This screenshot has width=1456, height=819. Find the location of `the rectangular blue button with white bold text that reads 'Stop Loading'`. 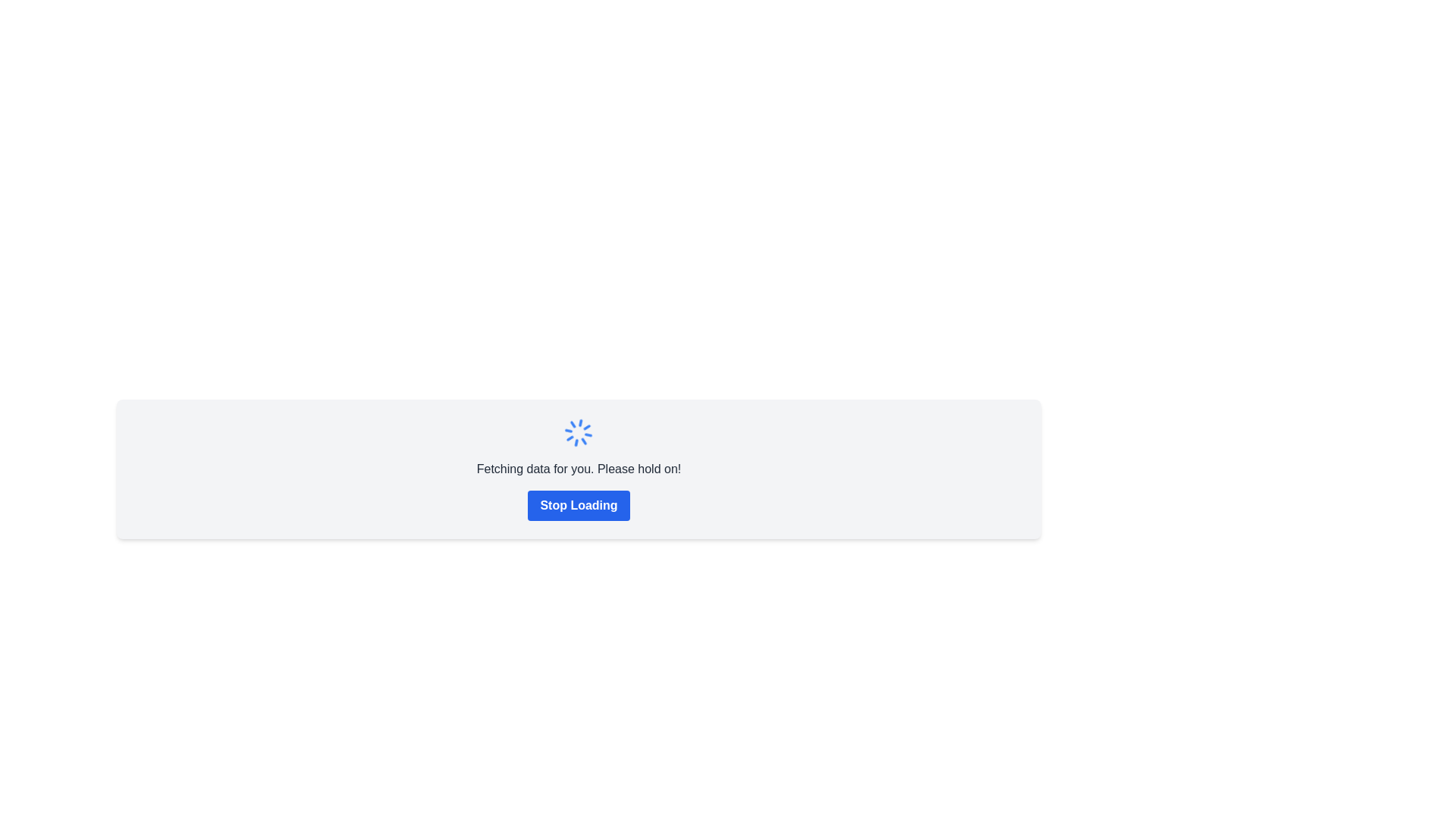

the rectangular blue button with white bold text that reads 'Stop Loading' is located at coordinates (578, 506).